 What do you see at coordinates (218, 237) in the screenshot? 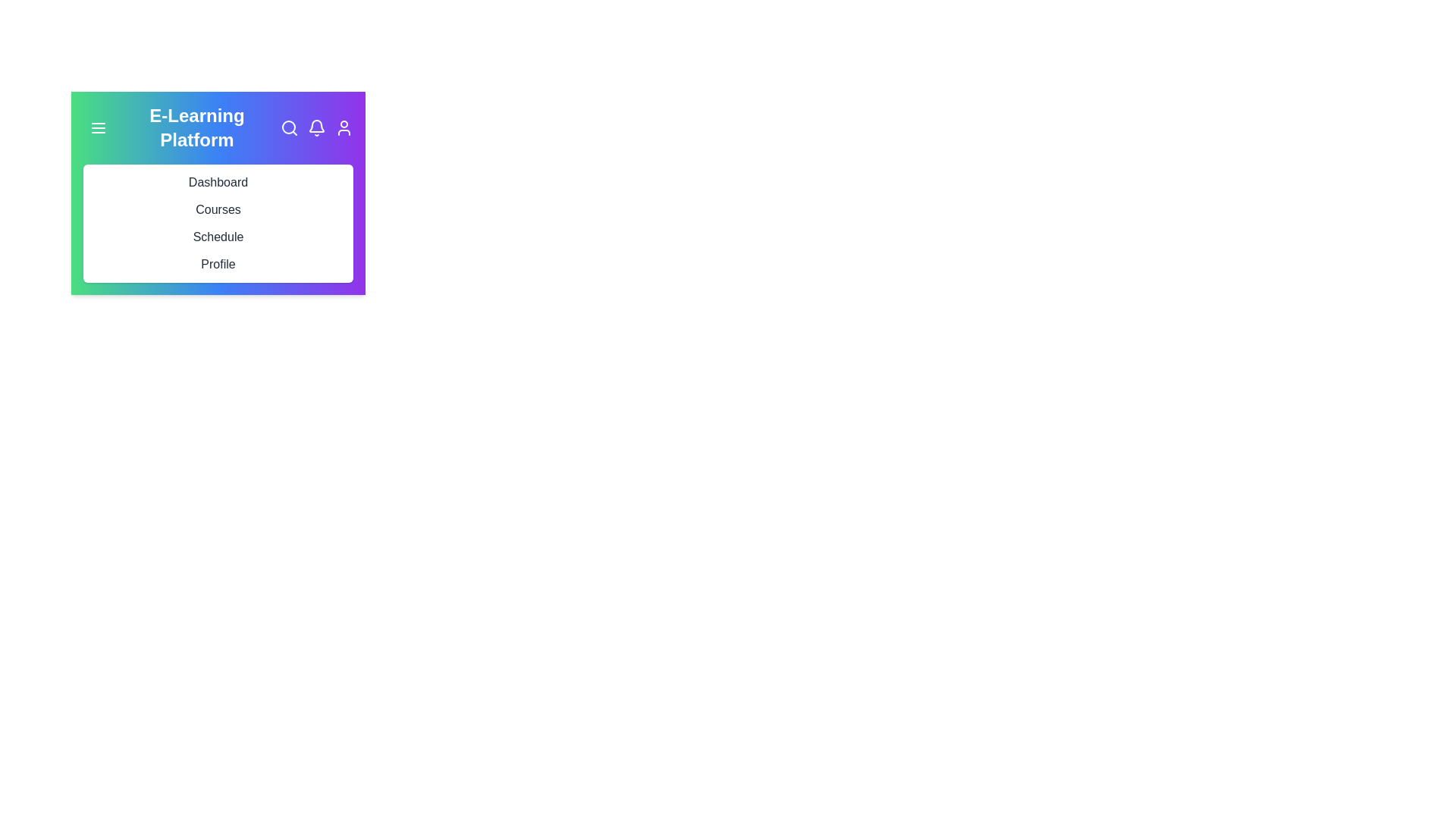
I see `the menu item corresponding to Schedule` at bounding box center [218, 237].